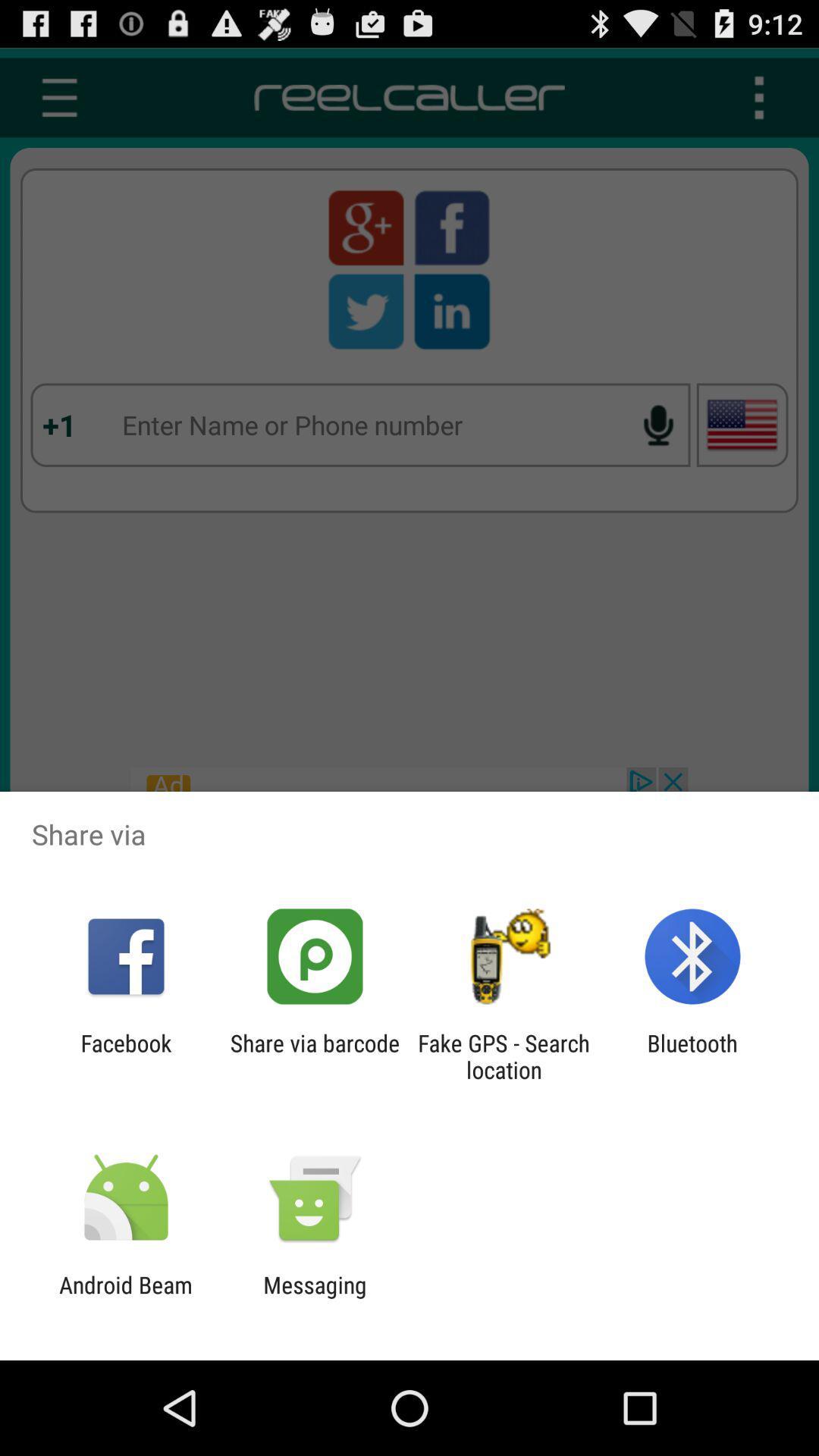  Describe the element at coordinates (692, 1056) in the screenshot. I see `bluetooth at the bottom right corner` at that location.